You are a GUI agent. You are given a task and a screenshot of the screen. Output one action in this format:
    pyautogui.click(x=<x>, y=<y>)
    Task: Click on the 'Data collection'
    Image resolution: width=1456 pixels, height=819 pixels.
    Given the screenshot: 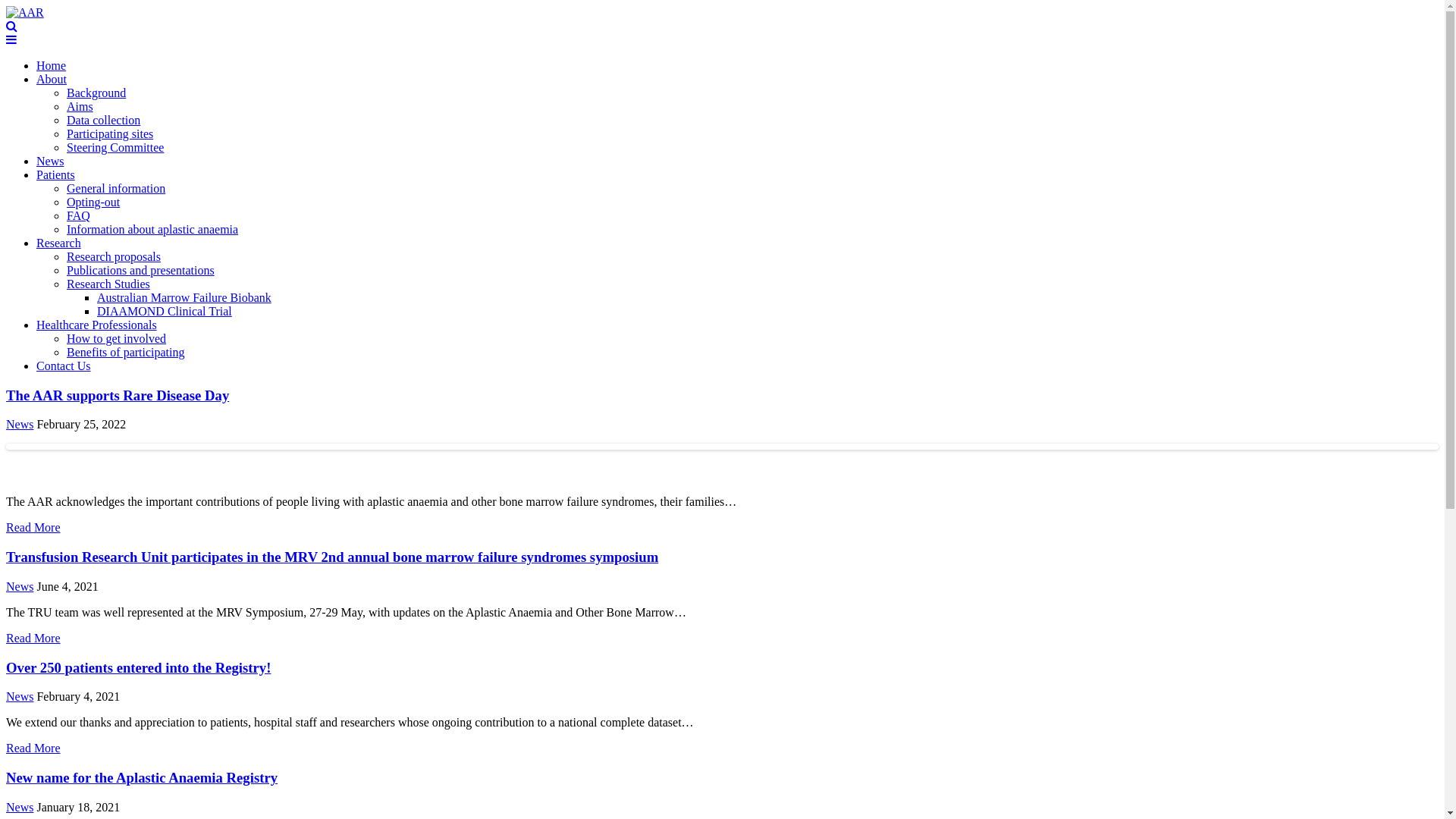 What is the action you would take?
    pyautogui.click(x=65, y=119)
    